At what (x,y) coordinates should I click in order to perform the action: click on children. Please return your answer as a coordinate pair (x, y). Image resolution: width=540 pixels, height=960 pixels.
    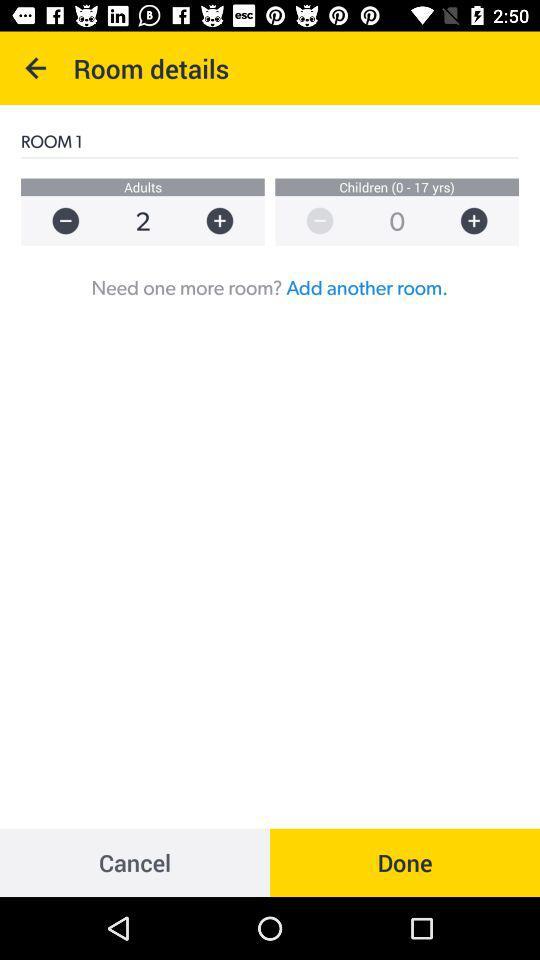
    Looking at the image, I should click on (483, 221).